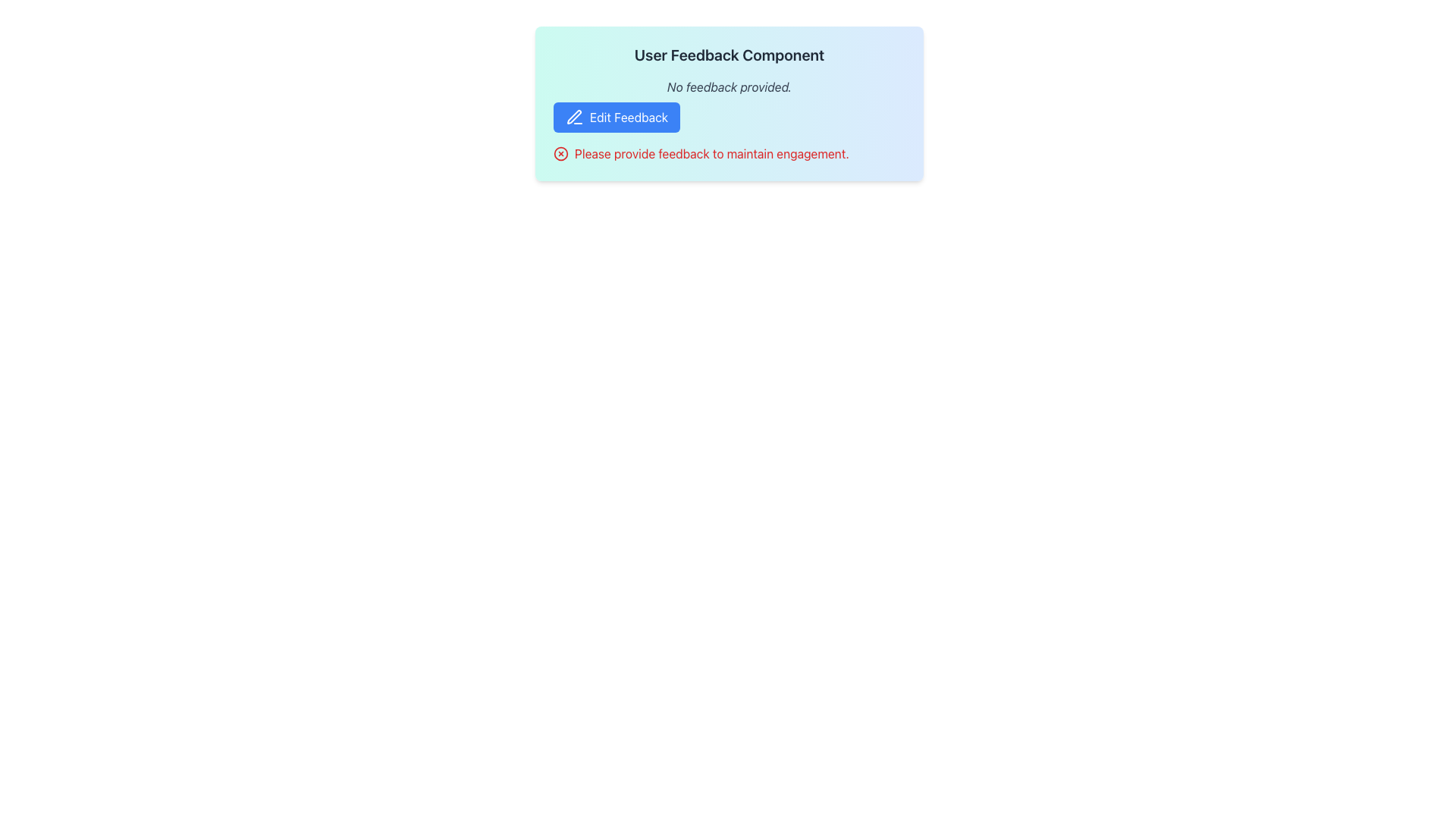 The image size is (1456, 819). I want to click on the outer circular outline of the warning icon located below the text 'Please provide feedback to maintain engagement.', so click(560, 154).